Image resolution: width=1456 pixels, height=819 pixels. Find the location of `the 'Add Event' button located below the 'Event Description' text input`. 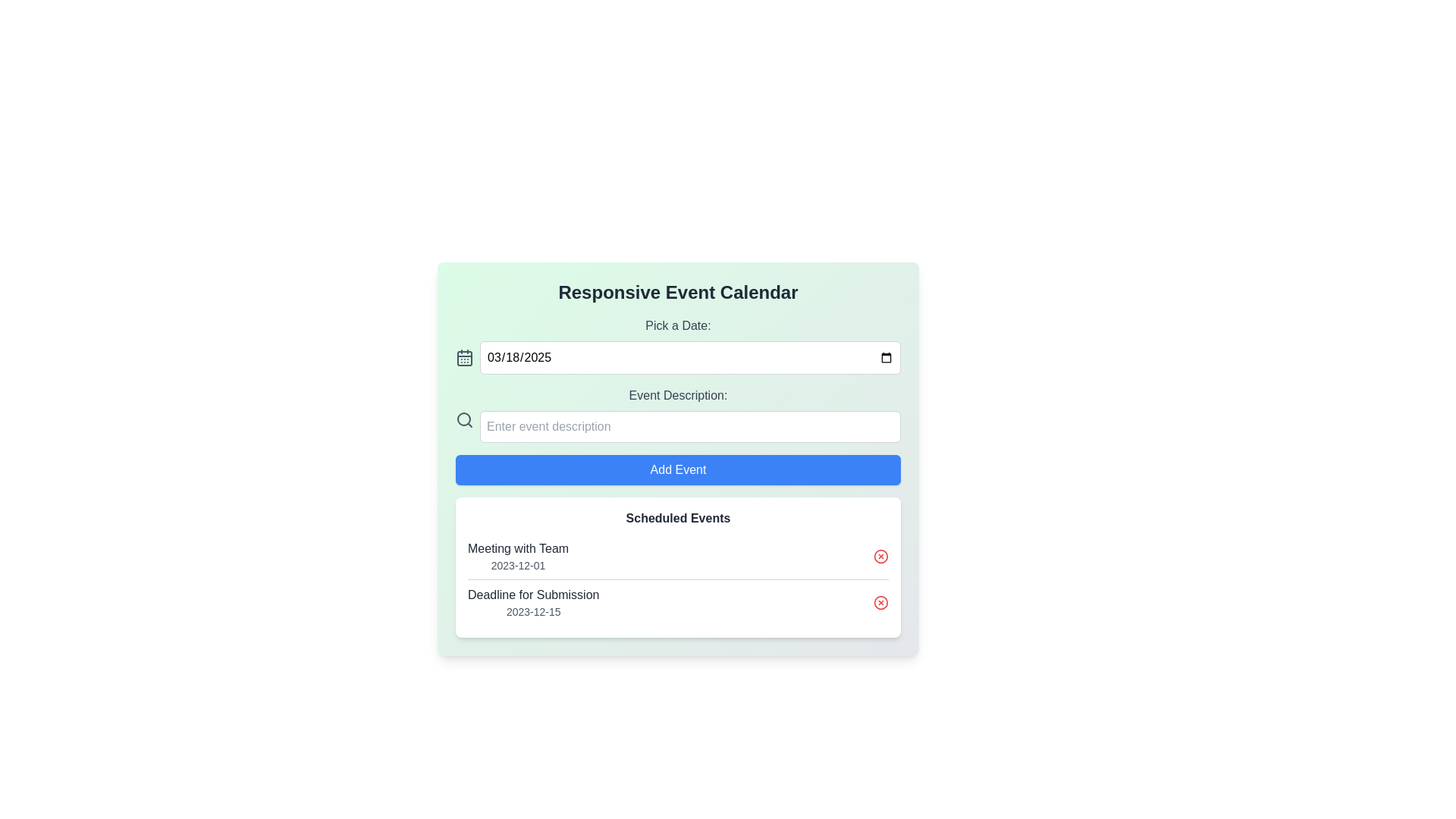

the 'Add Event' button located below the 'Event Description' text input is located at coordinates (677, 458).